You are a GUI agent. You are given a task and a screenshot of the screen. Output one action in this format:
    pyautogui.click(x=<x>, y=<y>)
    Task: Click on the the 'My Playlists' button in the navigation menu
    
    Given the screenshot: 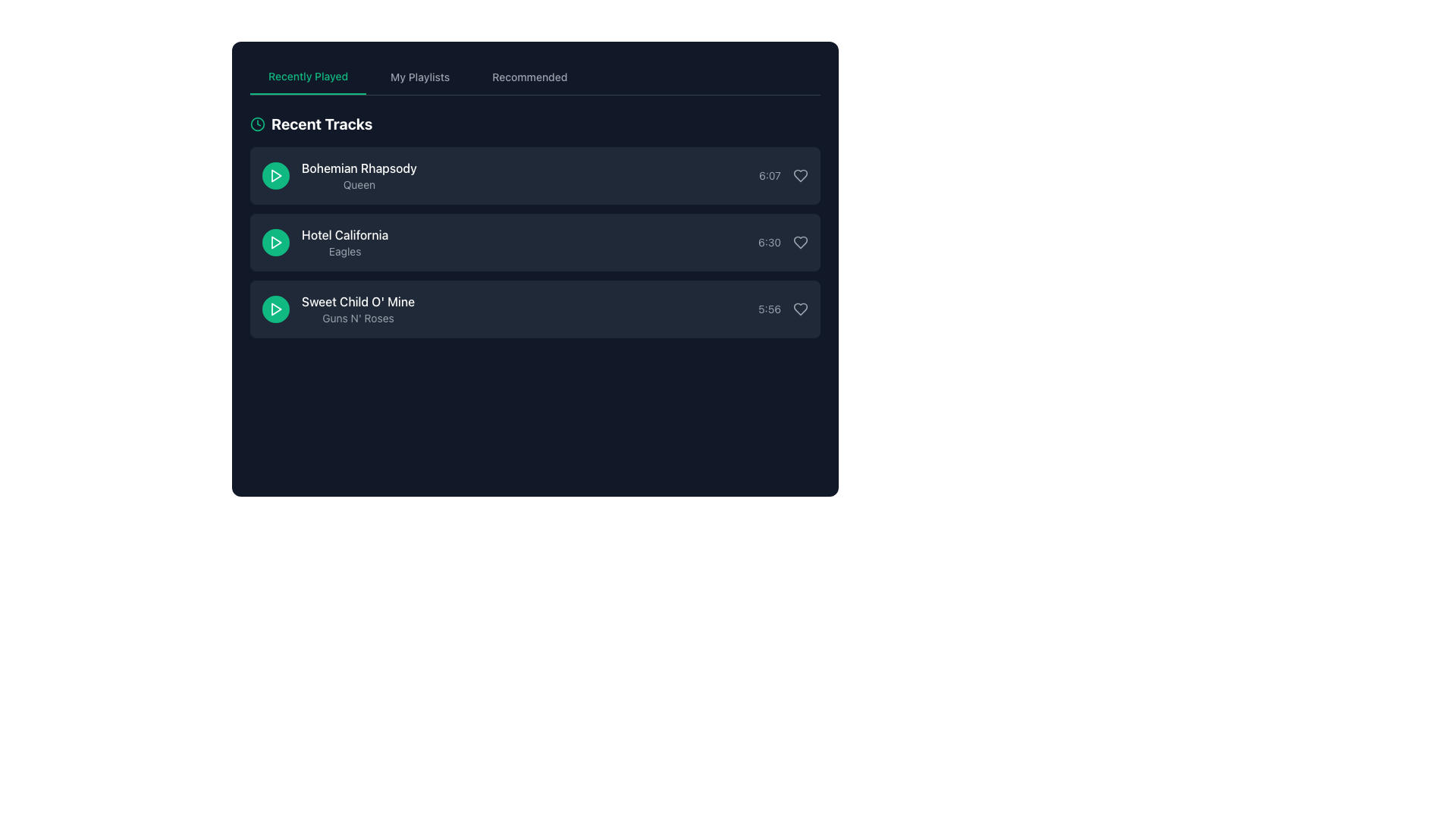 What is the action you would take?
    pyautogui.click(x=420, y=77)
    